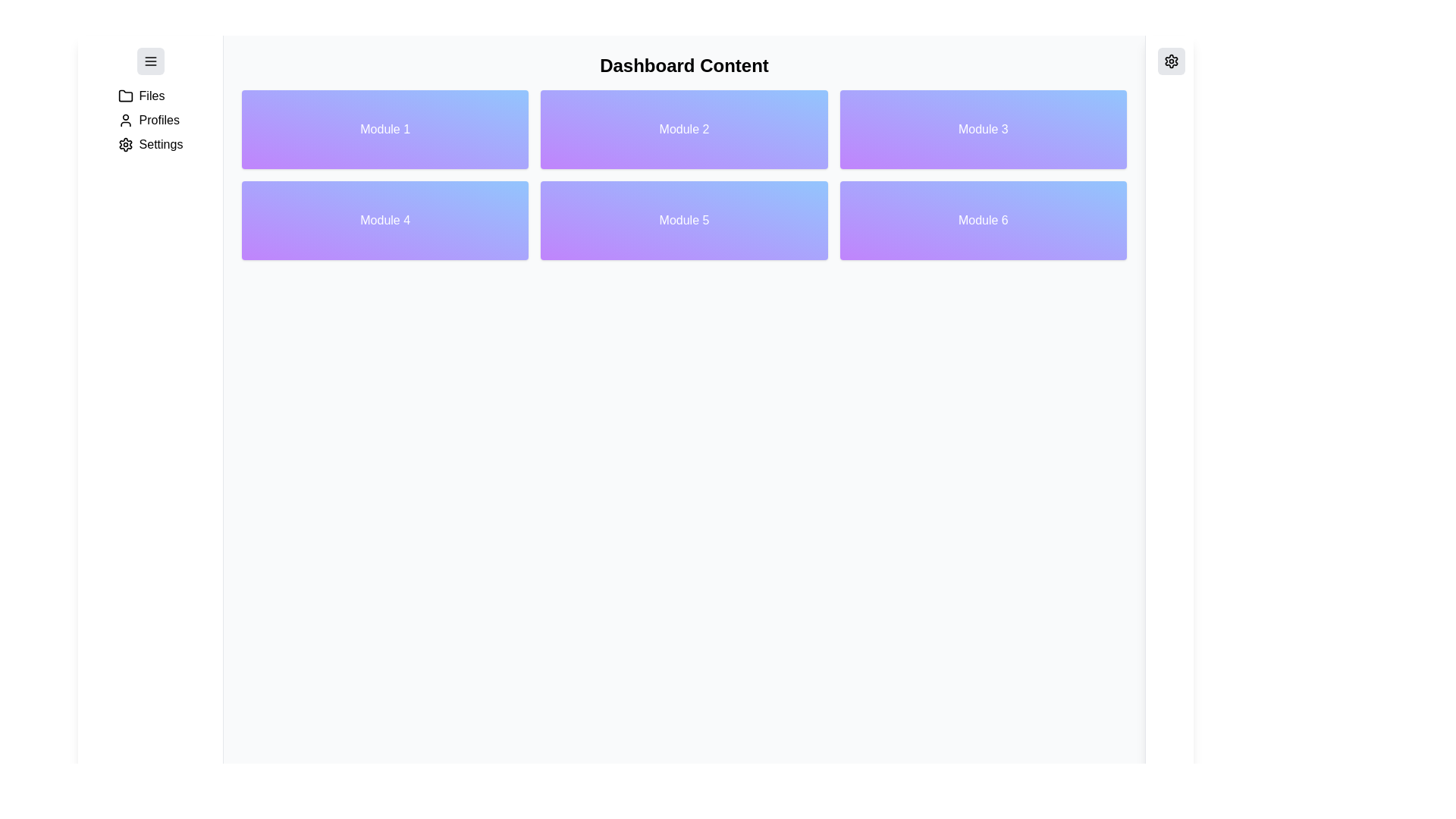 This screenshot has height=819, width=1456. I want to click on the folder icon located in the left sidebar, which is the first icon above the 'Profiles' icon, so click(125, 96).